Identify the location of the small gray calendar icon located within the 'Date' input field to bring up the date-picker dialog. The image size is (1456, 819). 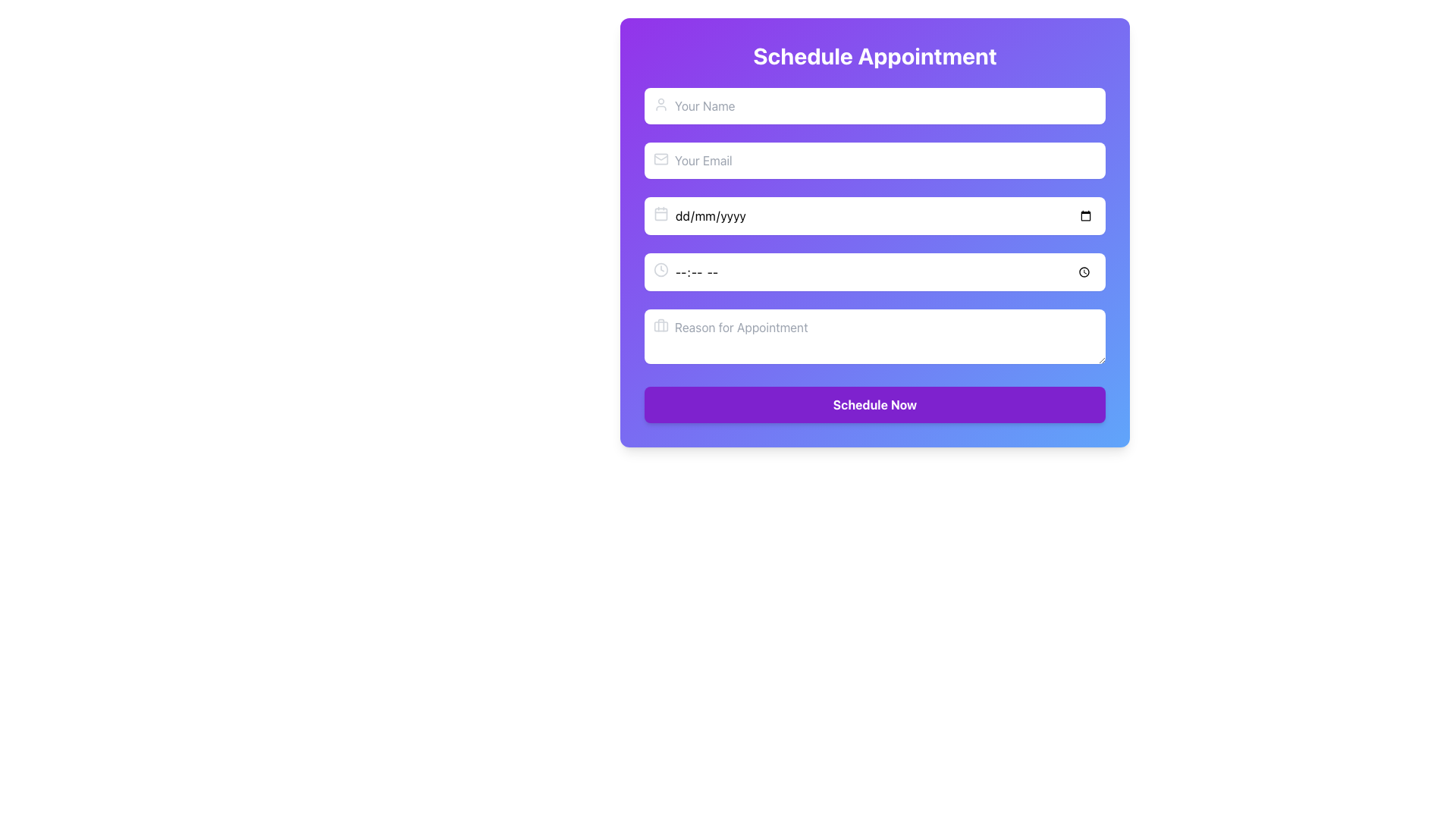
(661, 213).